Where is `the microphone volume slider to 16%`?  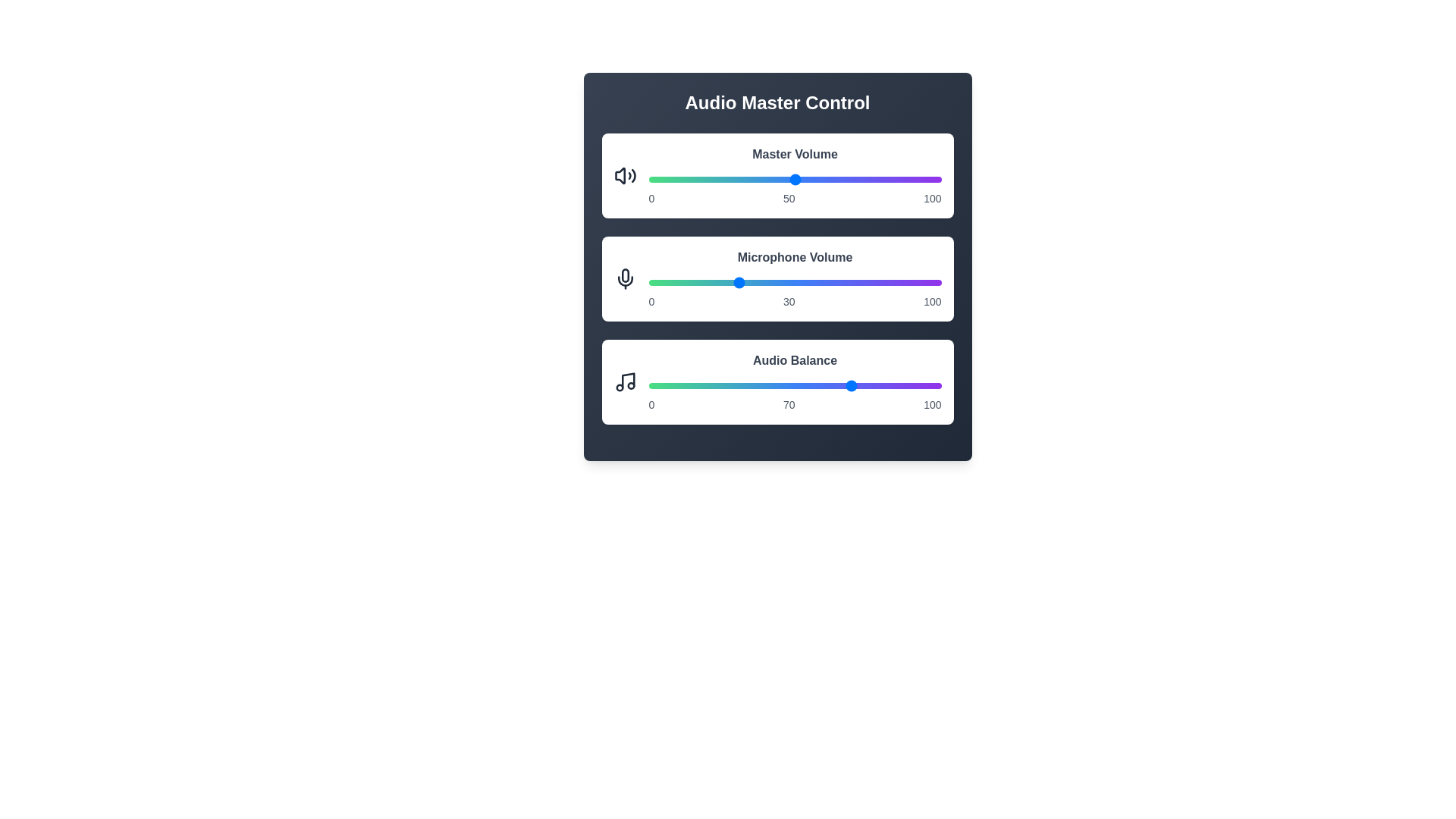 the microphone volume slider to 16% is located at coordinates (695, 283).